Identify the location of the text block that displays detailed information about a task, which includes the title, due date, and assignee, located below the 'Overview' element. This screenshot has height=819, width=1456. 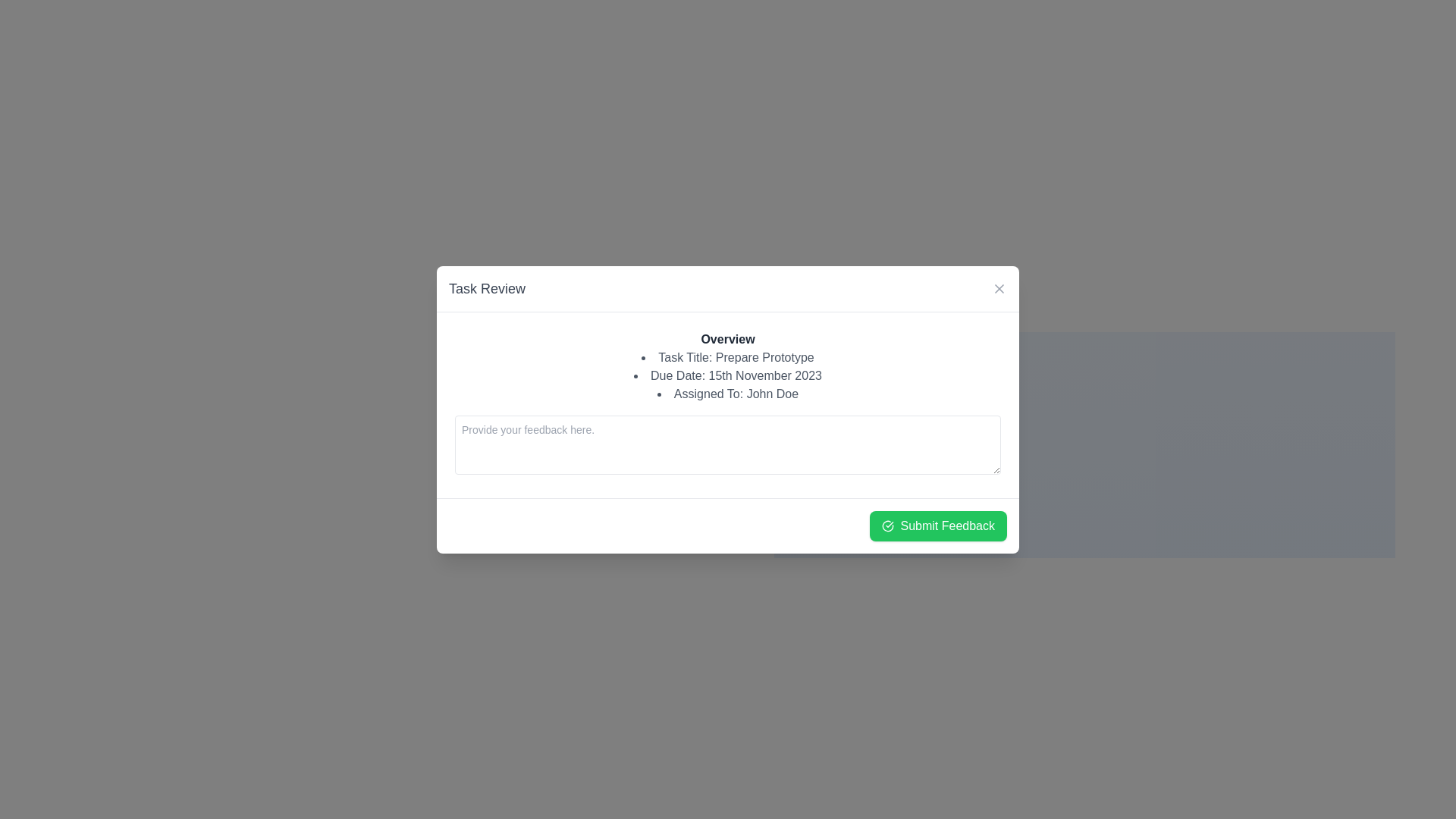
(728, 375).